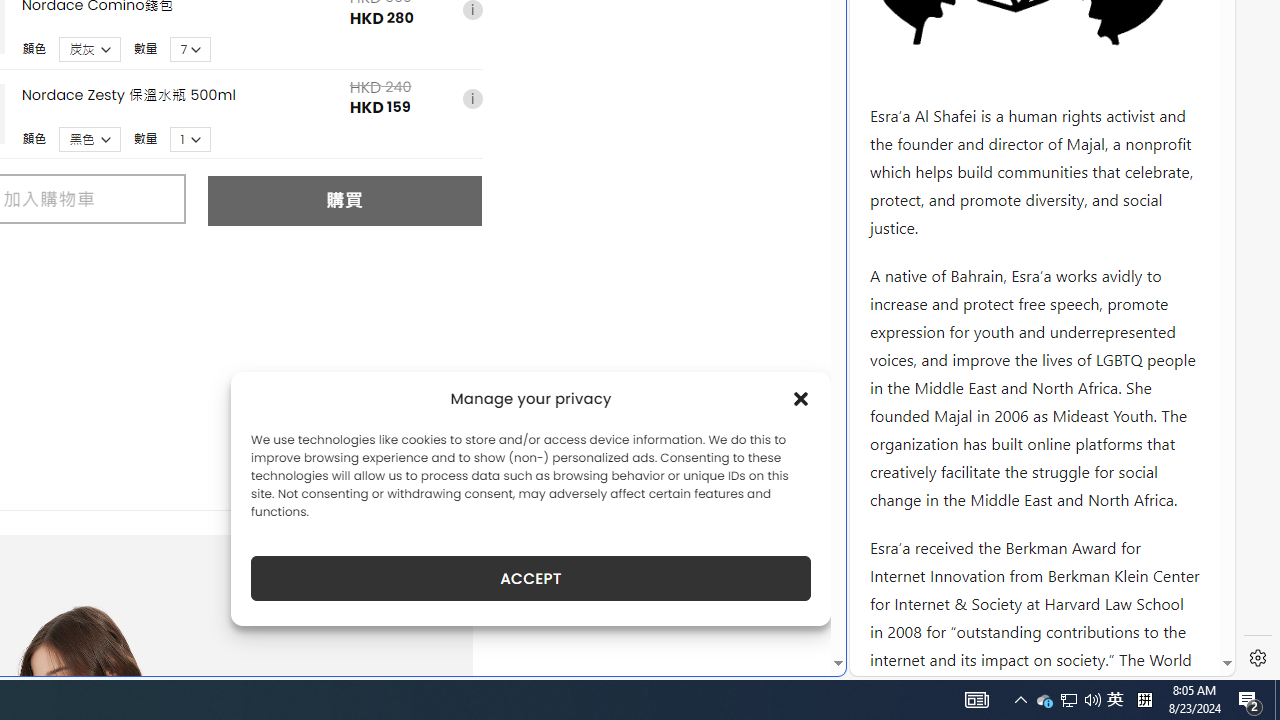 Image resolution: width=1280 pixels, height=720 pixels. I want to click on 'Class: upsell-v2-product-upsell-variable-product-qty-select', so click(191, 138).